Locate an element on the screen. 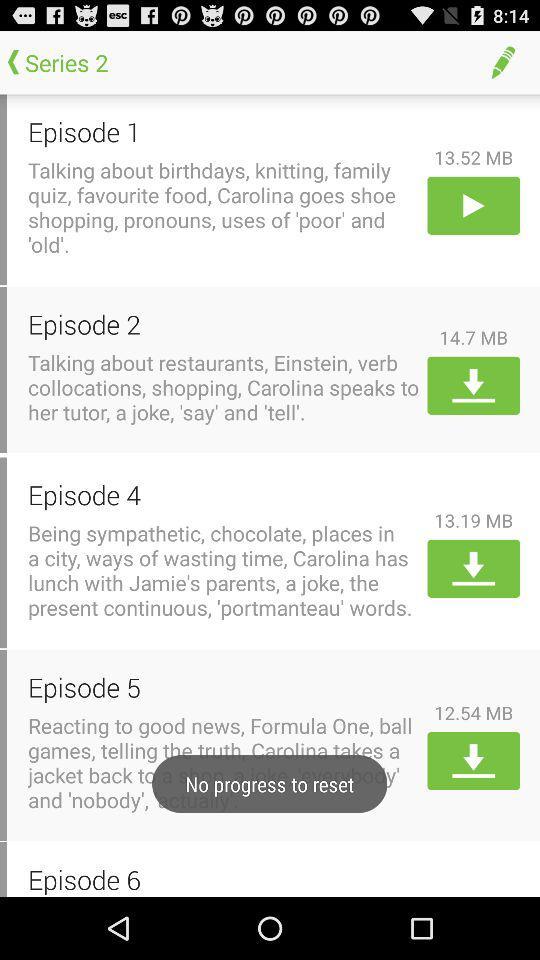 The width and height of the screenshot is (540, 960). the icon to the left of 14.7 mb icon is located at coordinates (223, 324).